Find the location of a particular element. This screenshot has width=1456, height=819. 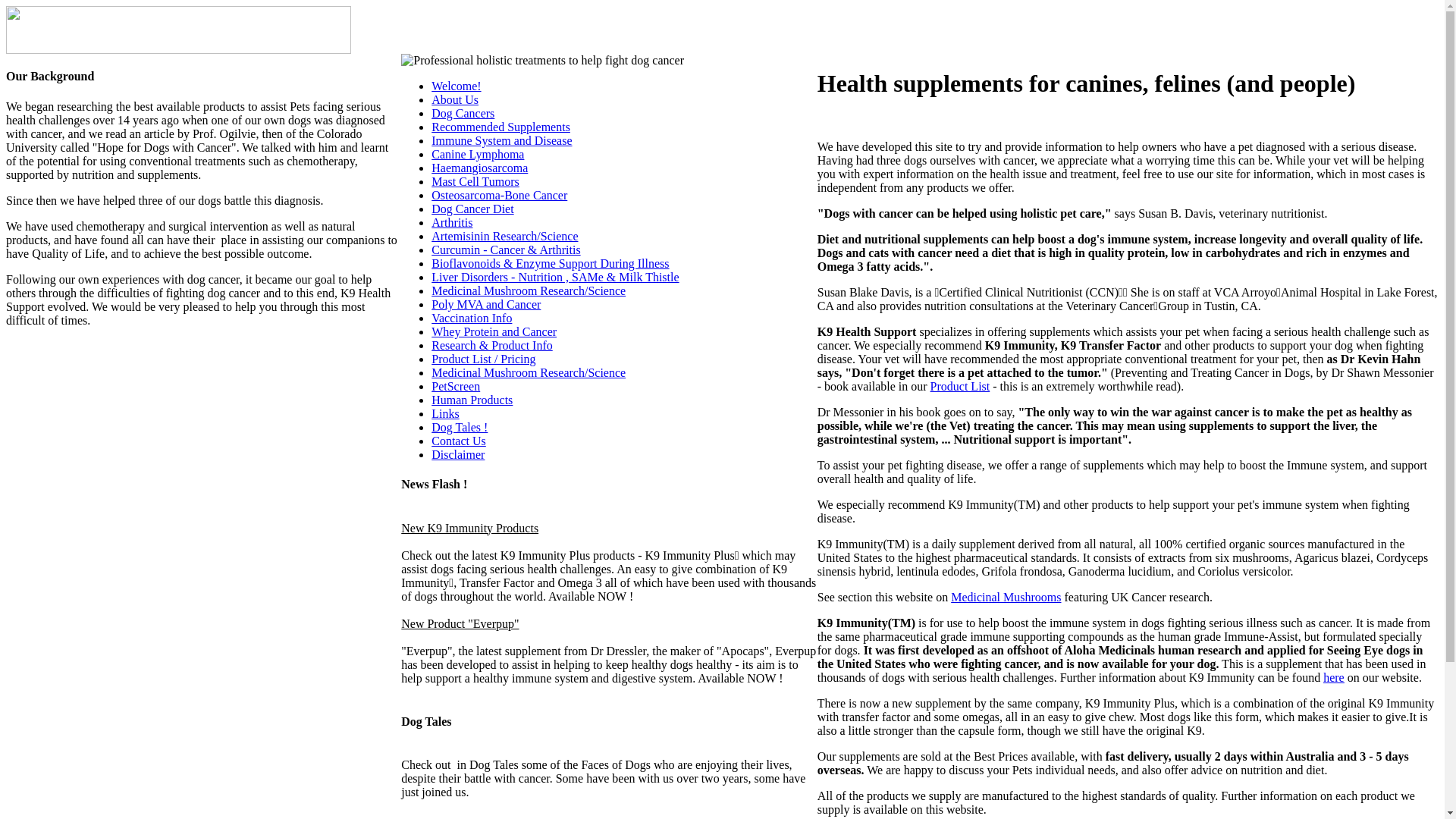

'Product List / Pricing' is located at coordinates (482, 359).